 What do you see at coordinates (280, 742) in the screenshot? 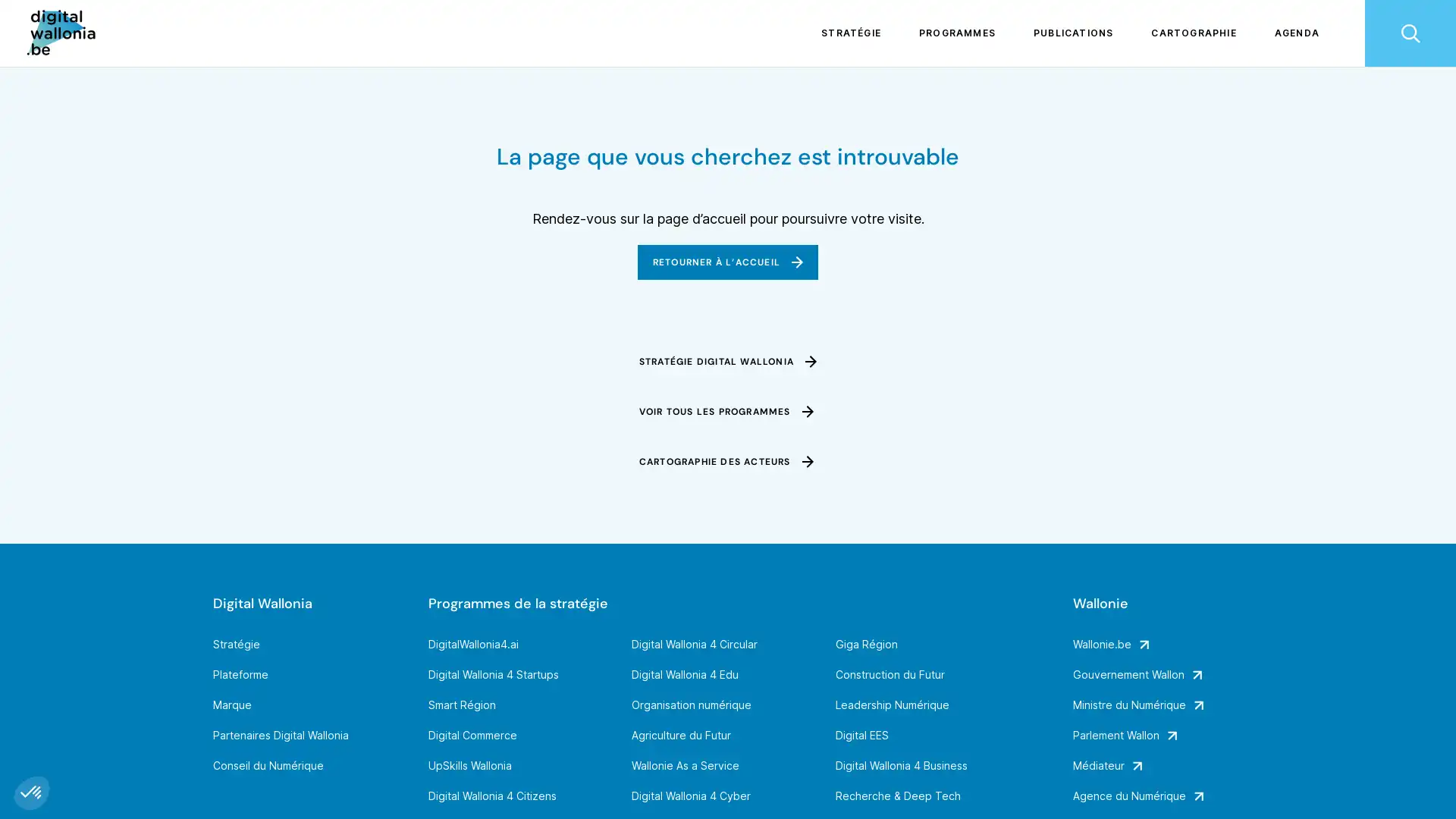
I see `OK pour moi` at bounding box center [280, 742].